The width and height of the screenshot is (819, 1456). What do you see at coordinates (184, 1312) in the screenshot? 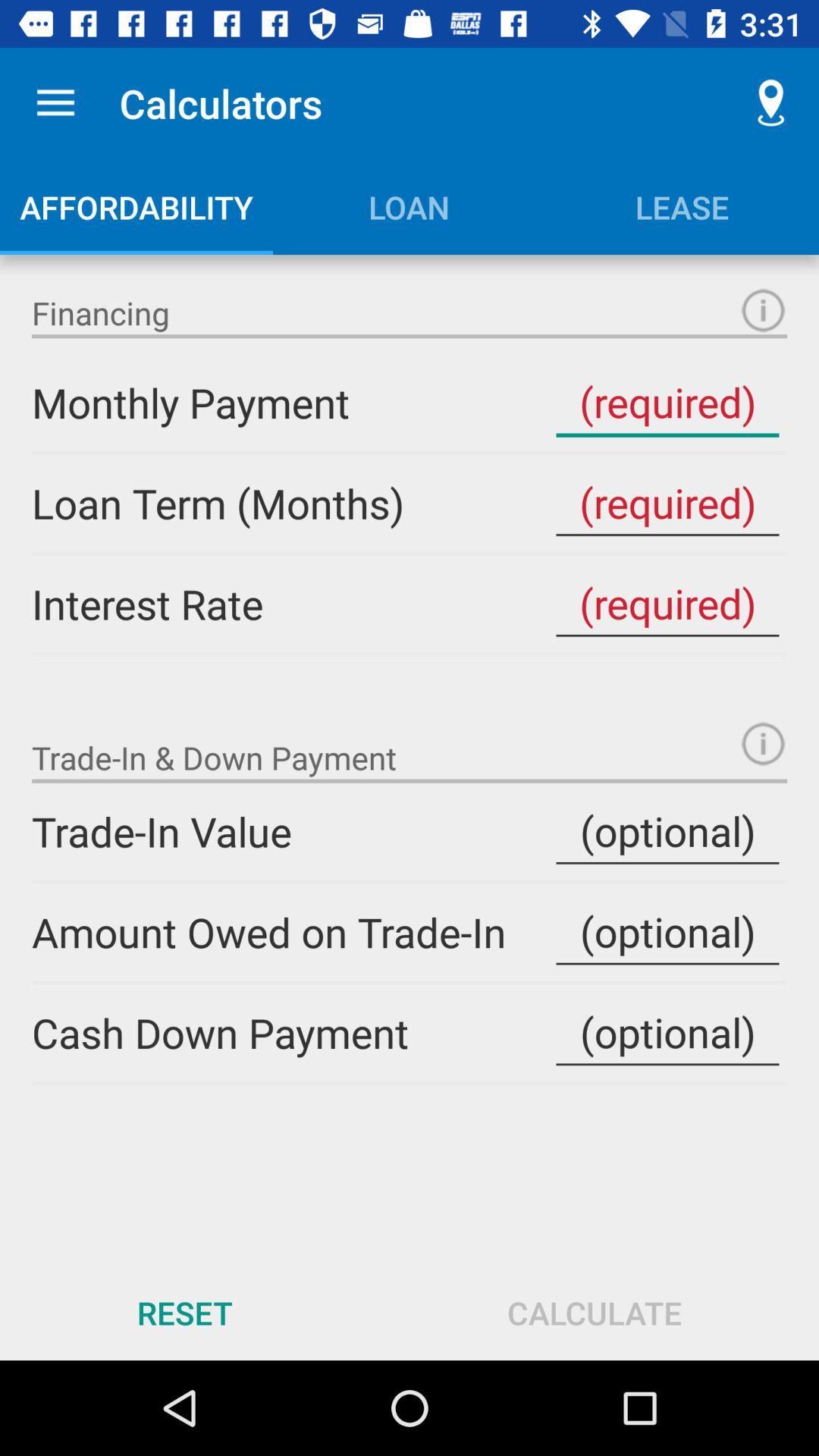
I see `reset at the bottom left corner` at bounding box center [184, 1312].